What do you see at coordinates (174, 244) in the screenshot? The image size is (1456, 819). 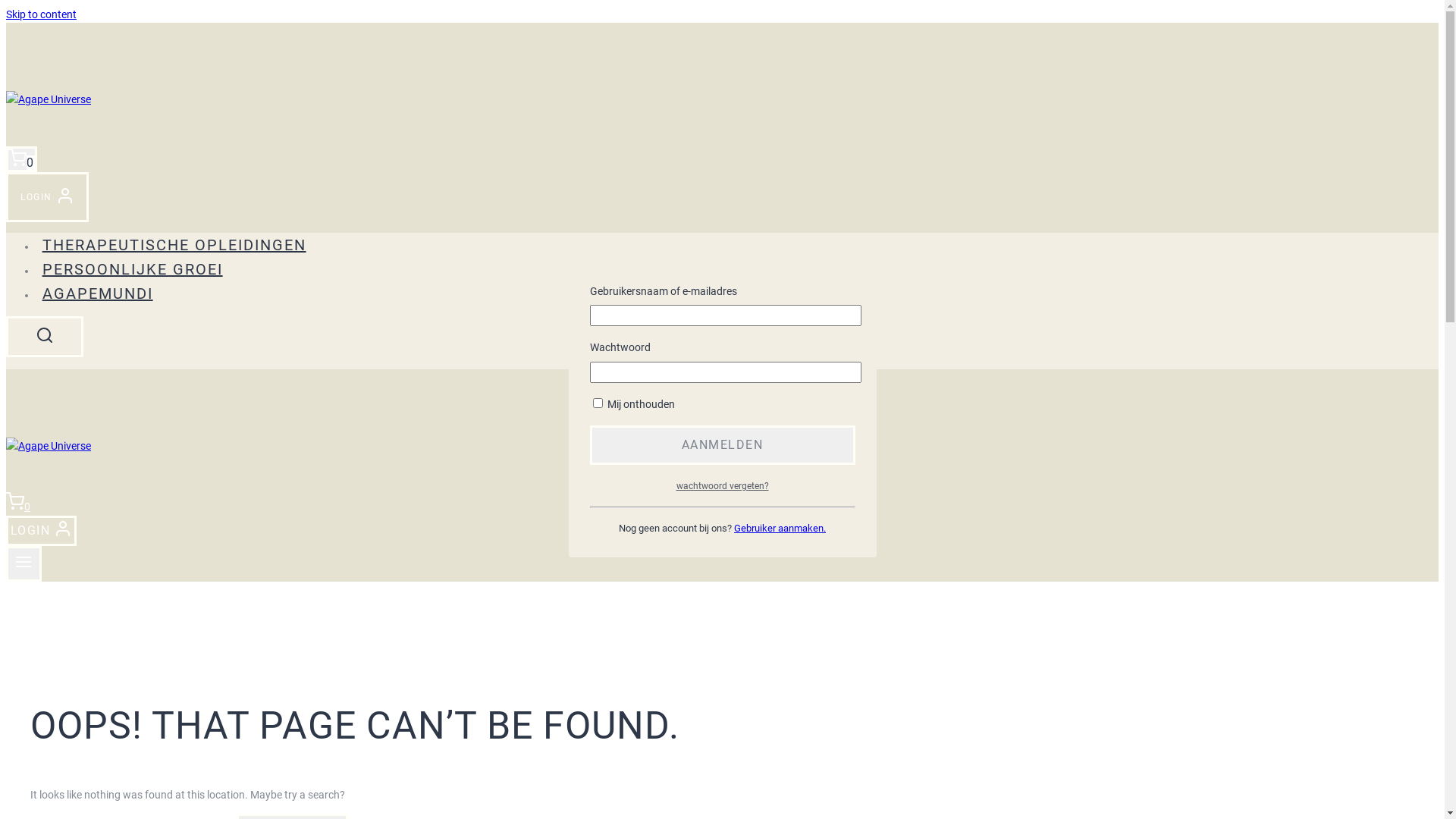 I see `'THERAPEUTISCHE OPLEIDINGEN'` at bounding box center [174, 244].